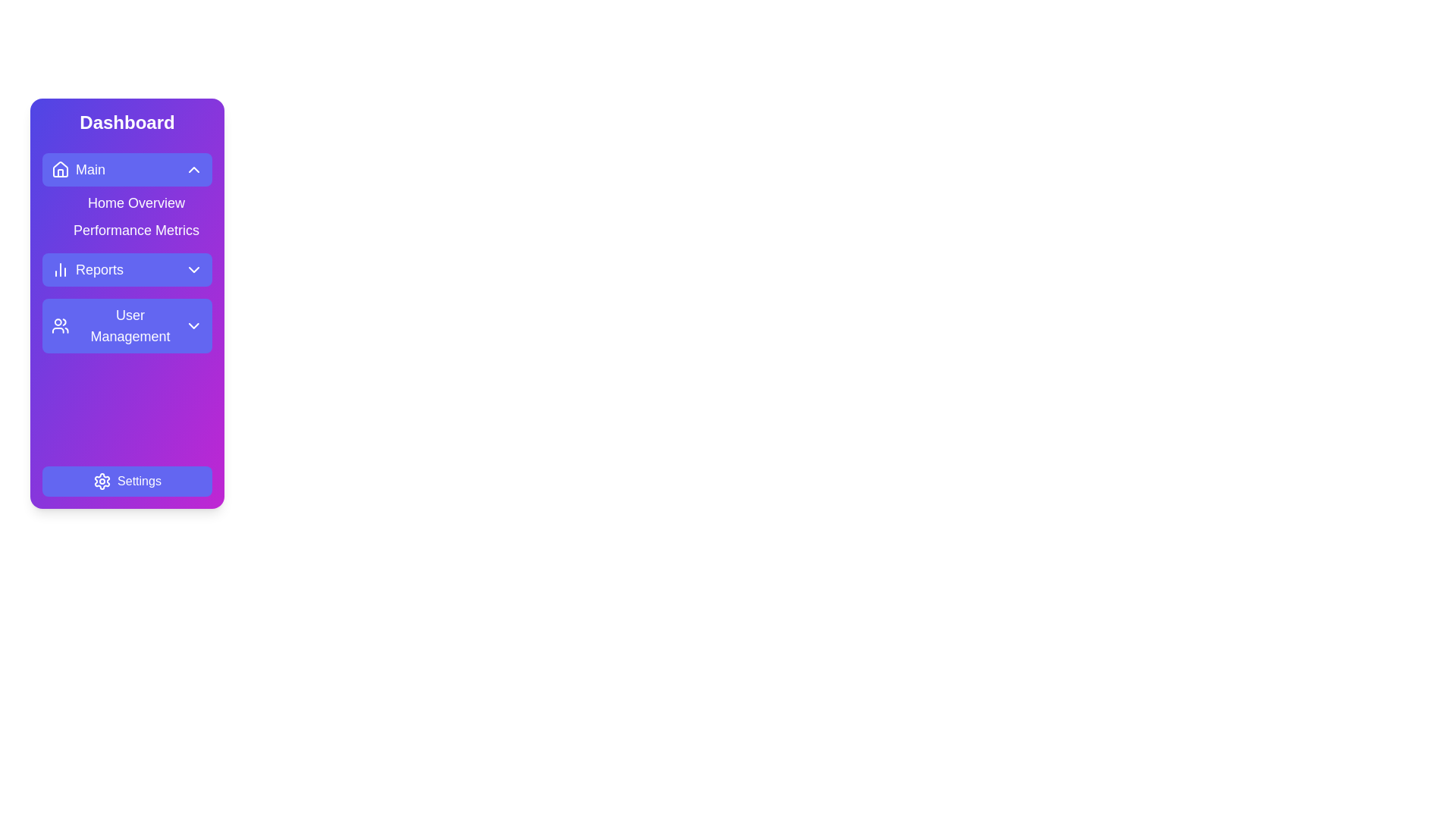 The width and height of the screenshot is (1456, 819). What do you see at coordinates (136, 231) in the screenshot?
I see `the Navigation link that represents the 'Performance Metrics' section, located directly below 'Home Overview' in the Main menu` at bounding box center [136, 231].